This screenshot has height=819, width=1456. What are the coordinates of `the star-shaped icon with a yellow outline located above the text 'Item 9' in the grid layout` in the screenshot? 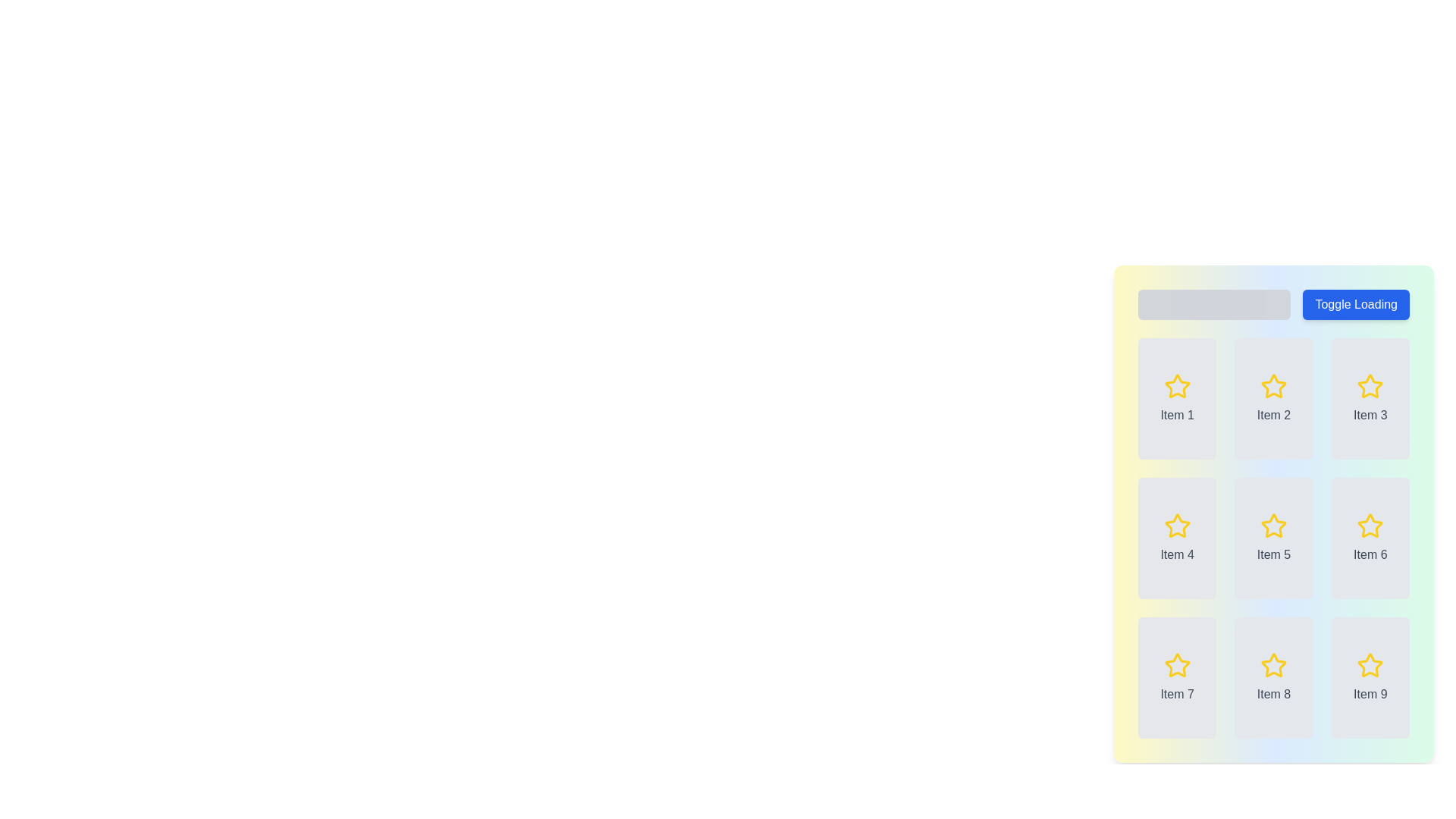 It's located at (1370, 665).